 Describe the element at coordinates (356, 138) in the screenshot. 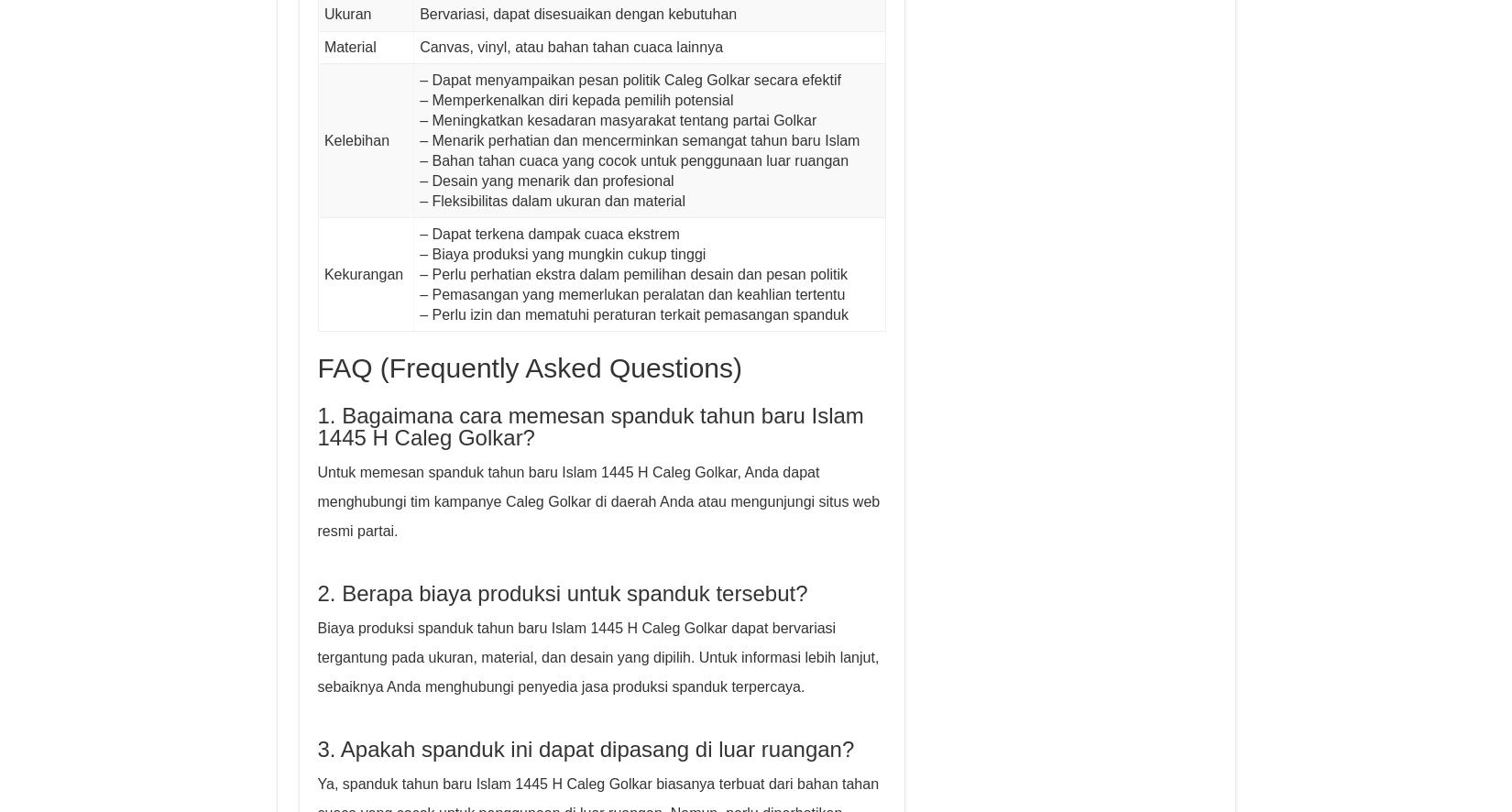

I see `'Kelebihan'` at that location.